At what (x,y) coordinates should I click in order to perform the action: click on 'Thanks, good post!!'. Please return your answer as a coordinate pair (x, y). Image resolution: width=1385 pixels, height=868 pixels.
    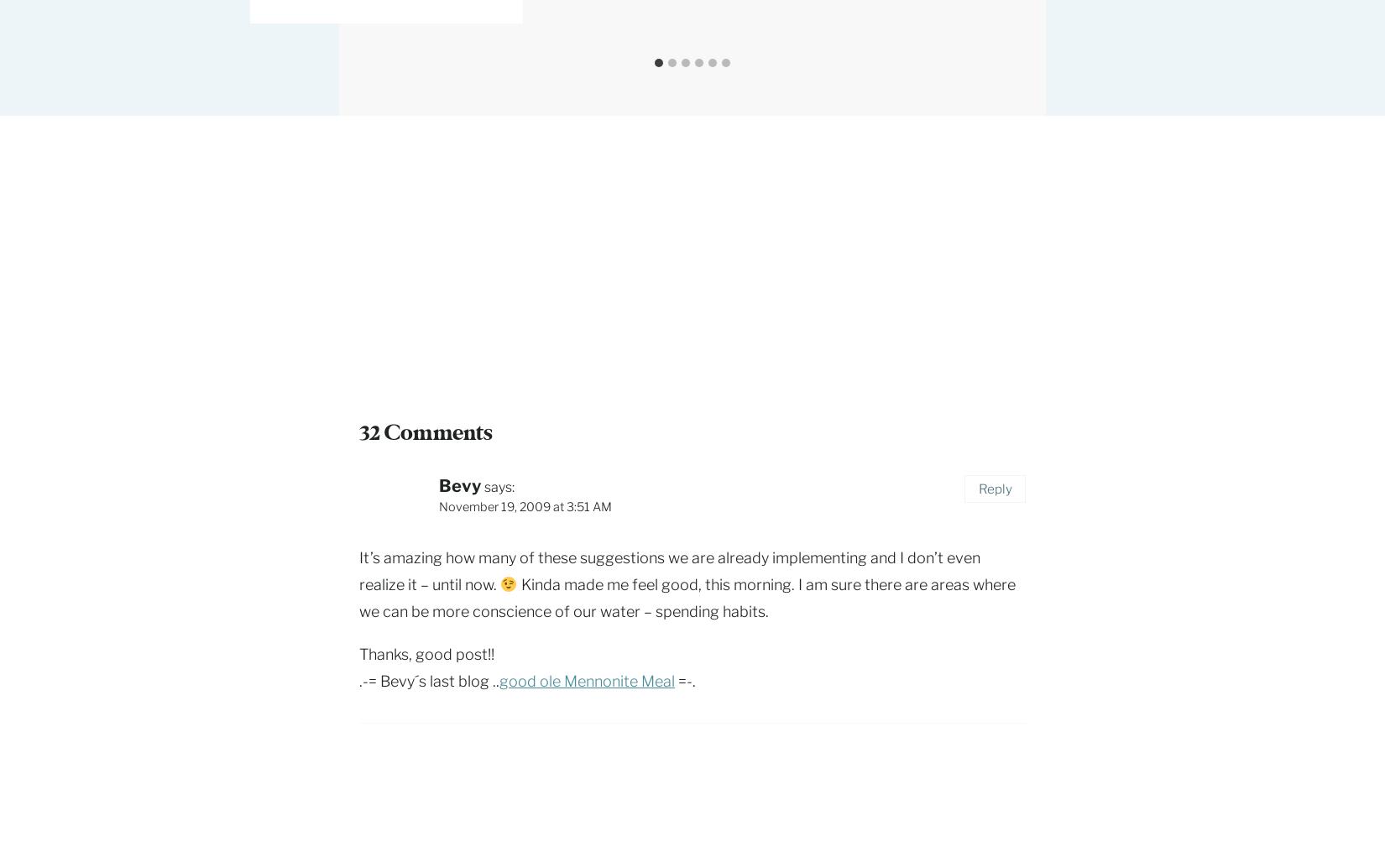
    Looking at the image, I should click on (426, 652).